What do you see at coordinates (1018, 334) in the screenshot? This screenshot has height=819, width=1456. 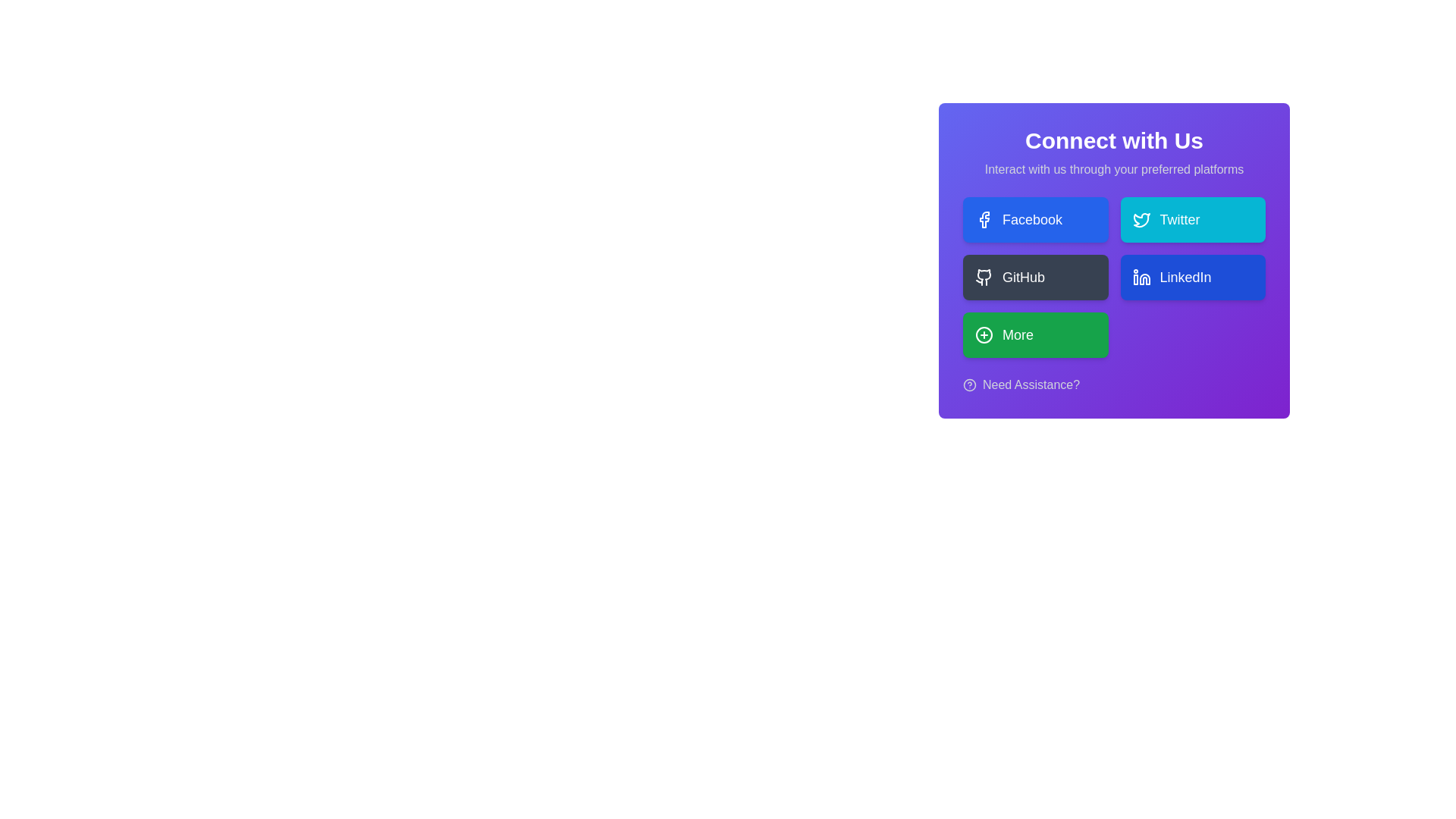 I see `the 'More' button, which is styled with white text on a bright green background and is part of the 'Connect with Us' section` at bounding box center [1018, 334].